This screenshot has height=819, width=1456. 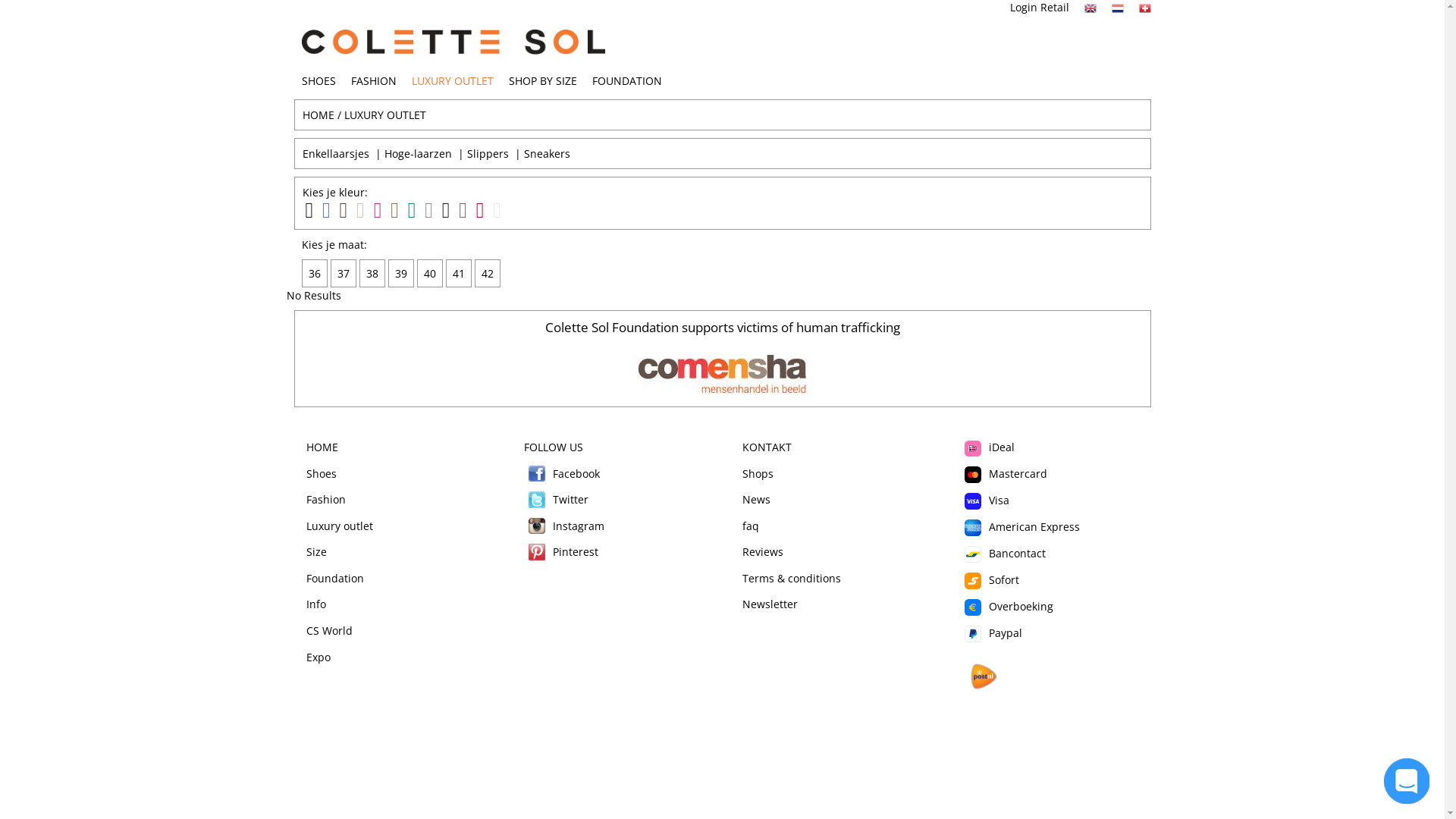 I want to click on 'CS World', so click(x=328, y=630).